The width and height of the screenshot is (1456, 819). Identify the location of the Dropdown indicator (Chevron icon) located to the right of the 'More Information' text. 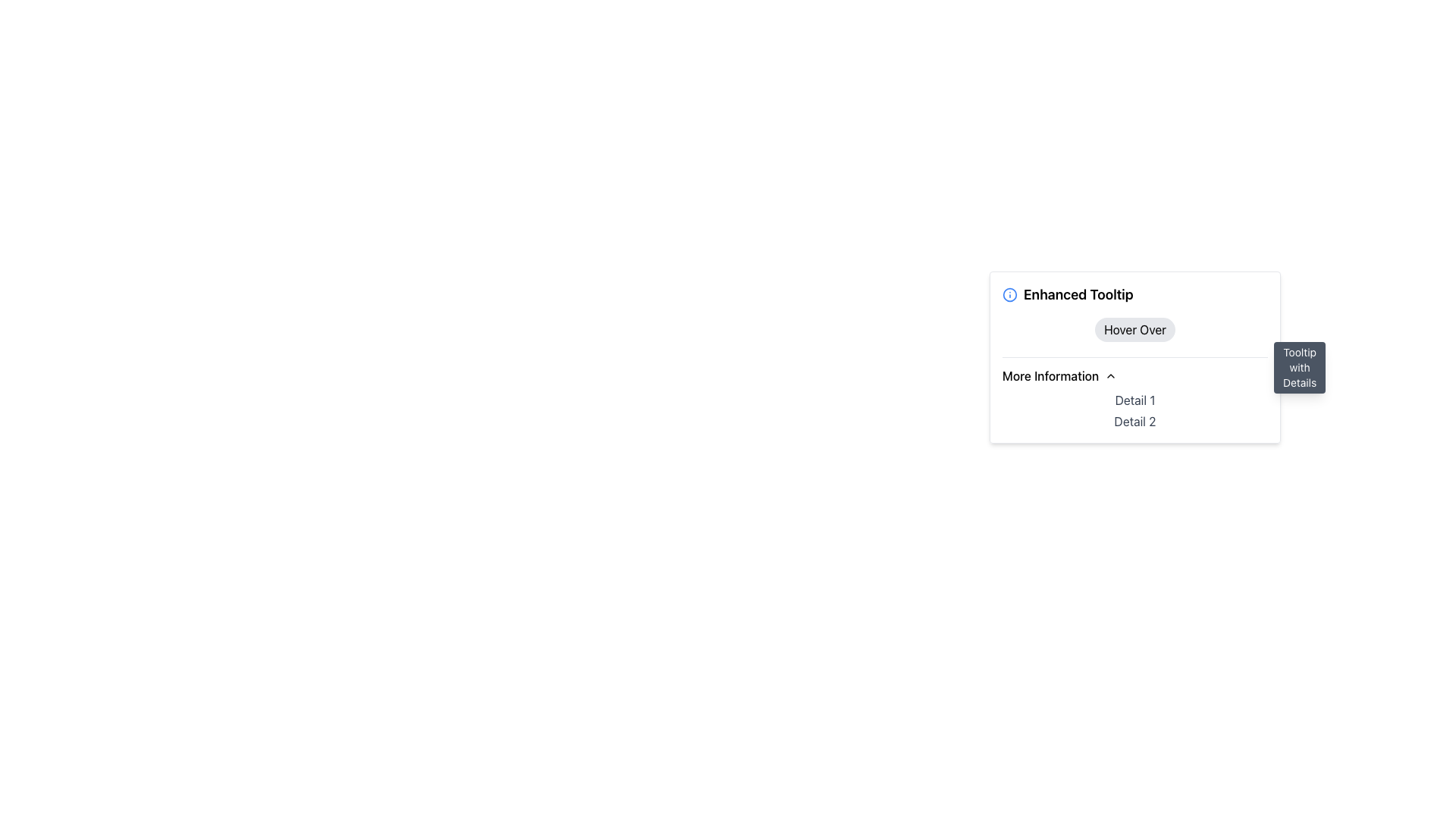
(1111, 375).